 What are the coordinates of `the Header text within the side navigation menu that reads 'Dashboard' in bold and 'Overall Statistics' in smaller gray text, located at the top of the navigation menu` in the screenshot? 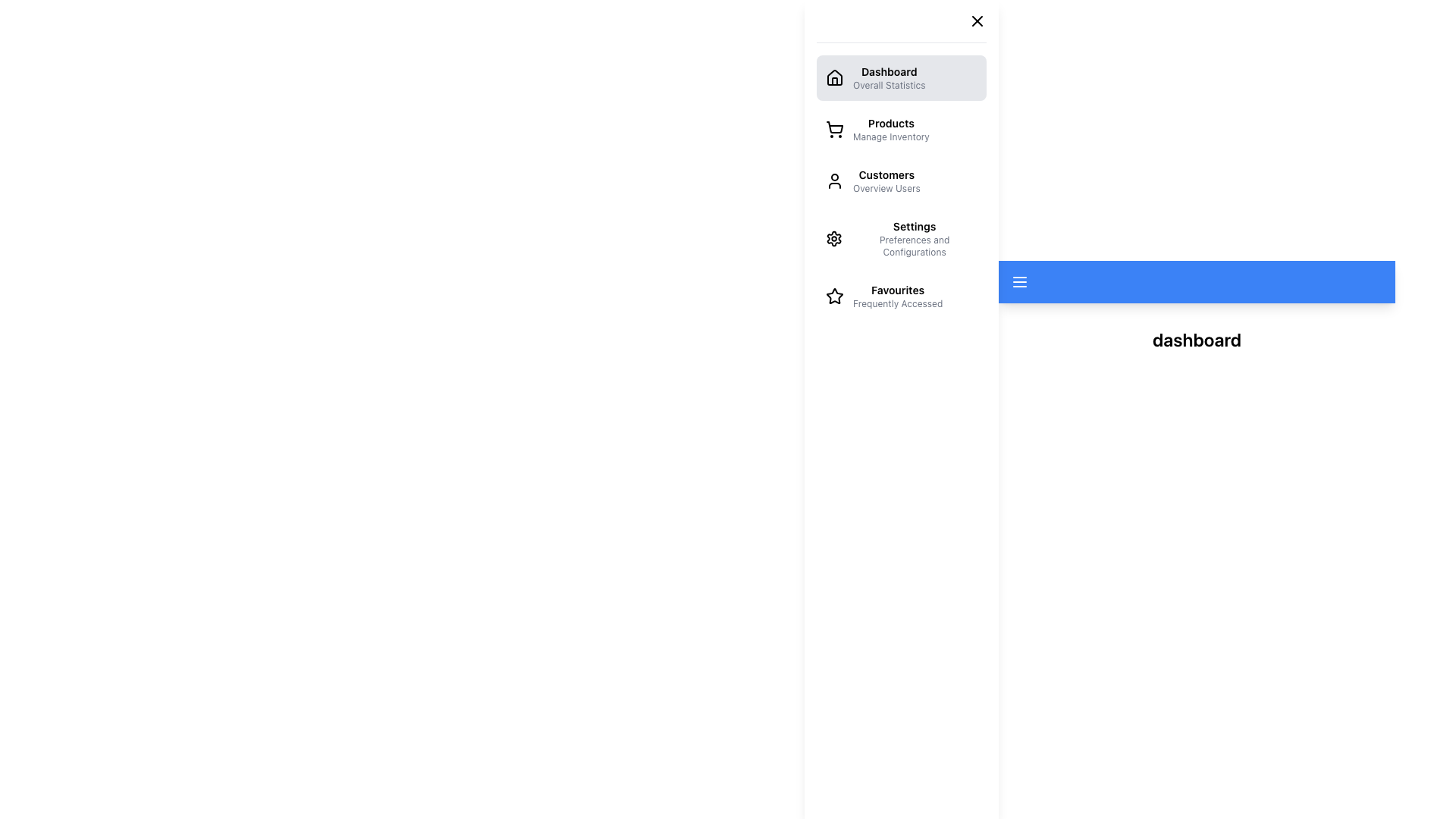 It's located at (889, 78).